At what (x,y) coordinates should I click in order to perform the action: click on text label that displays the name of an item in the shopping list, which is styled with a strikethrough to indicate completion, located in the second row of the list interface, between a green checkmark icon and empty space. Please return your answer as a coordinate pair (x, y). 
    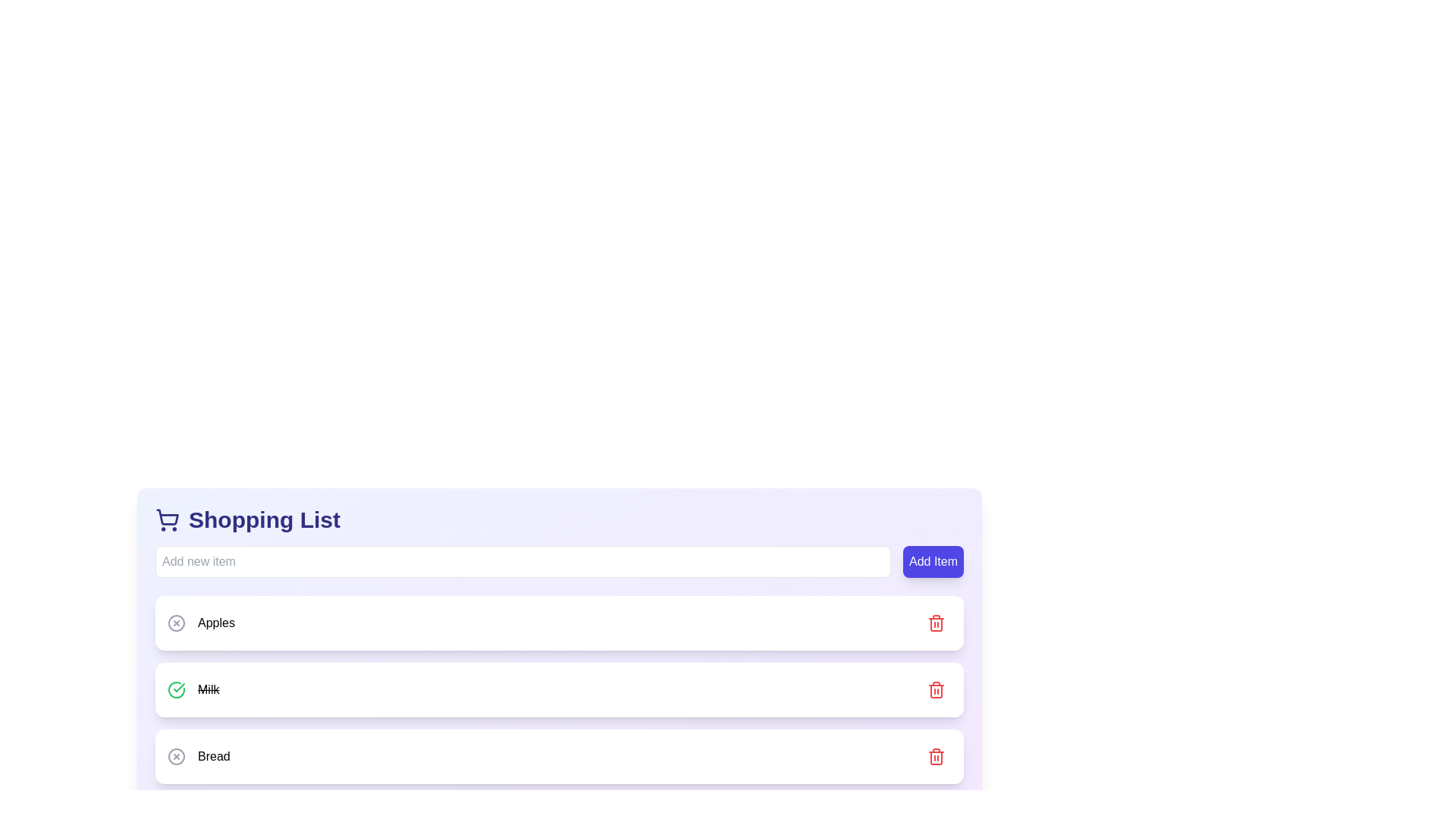
    Looking at the image, I should click on (208, 690).